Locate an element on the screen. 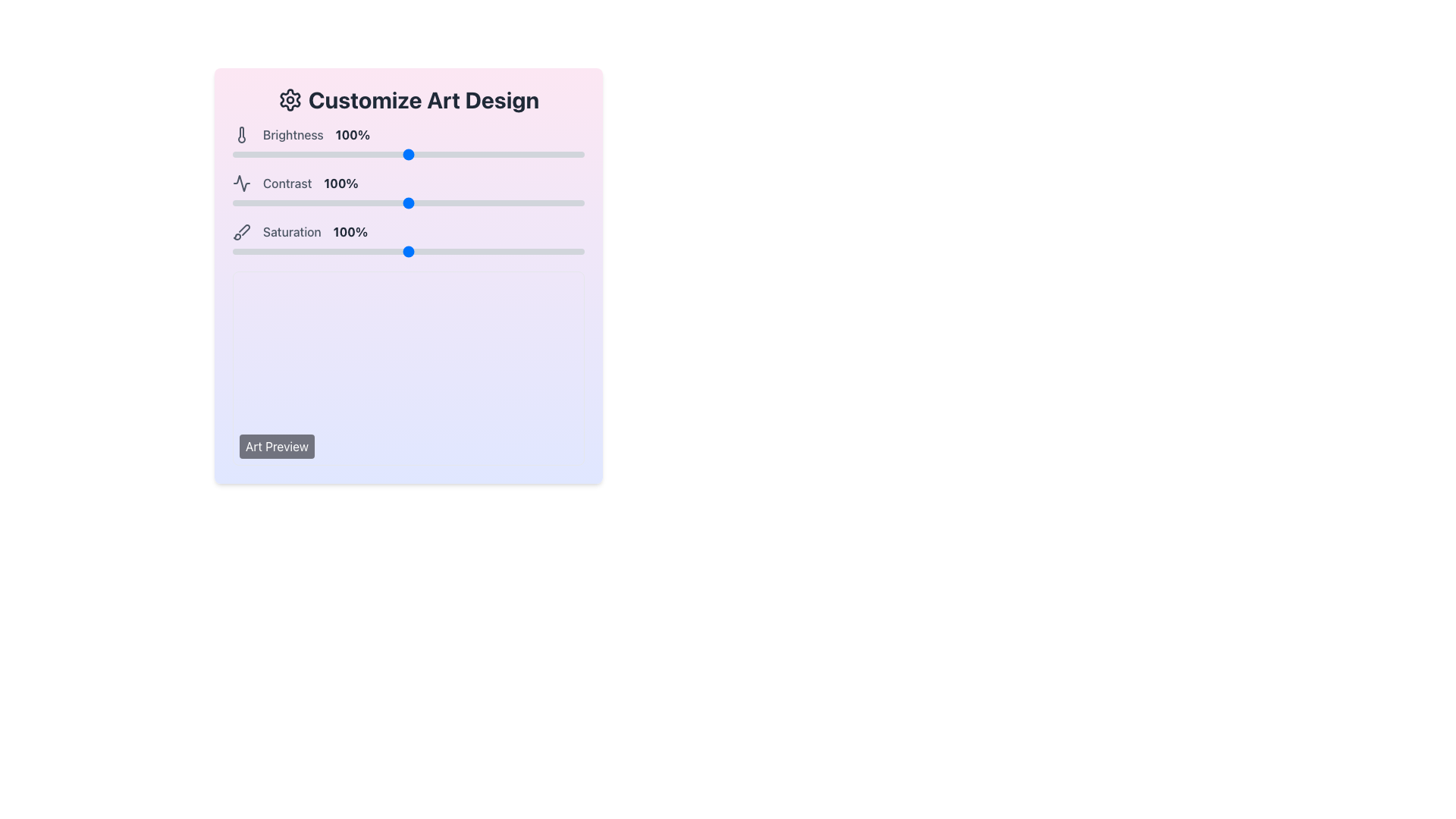  the brightness slider, which is the first of three vertically stacked sliders located directly below the 'Brightness 100%' label and a thermometer icon is located at coordinates (408, 155).